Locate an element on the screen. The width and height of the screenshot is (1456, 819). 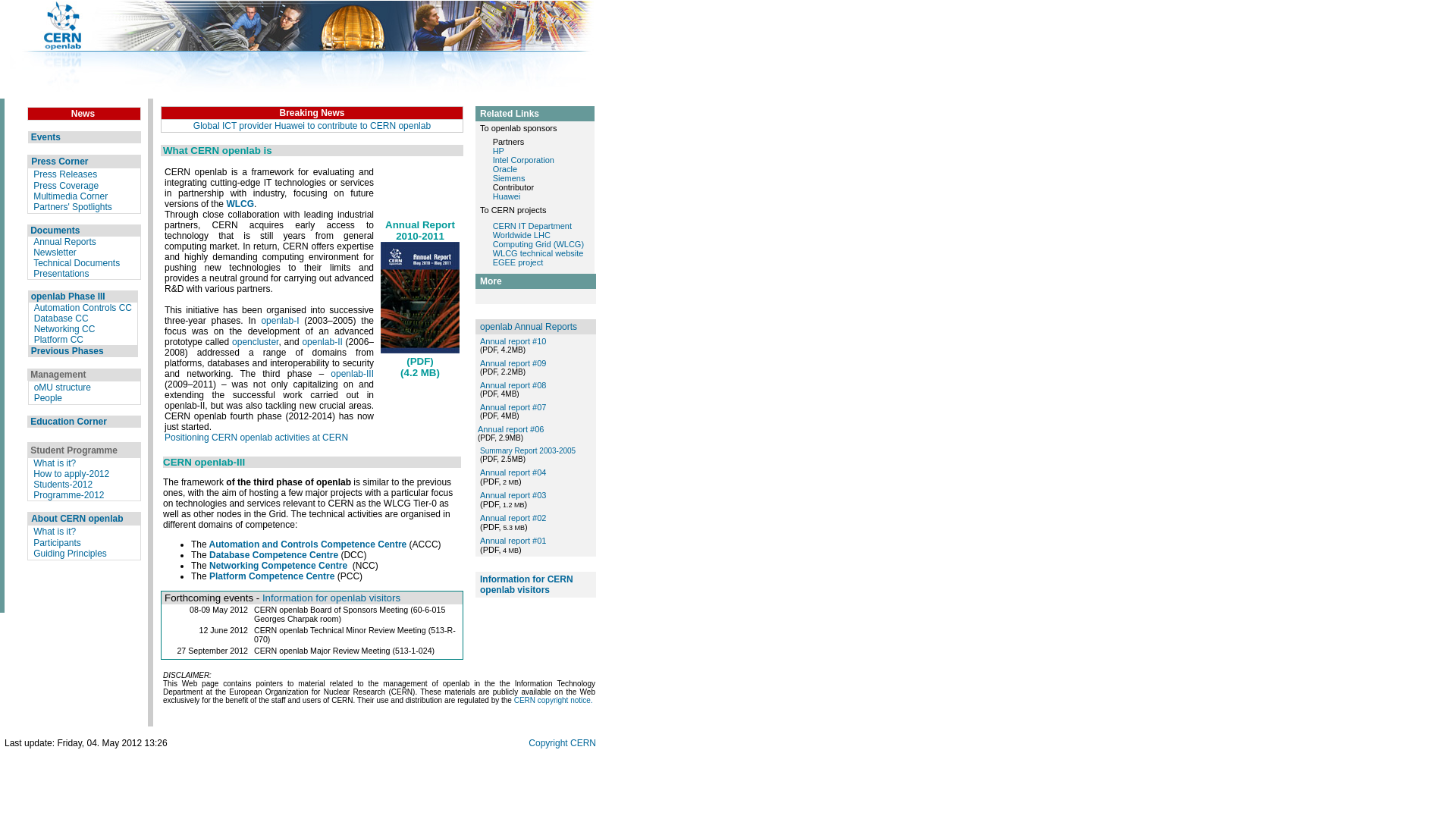
'Copyright CERN' is located at coordinates (561, 742).